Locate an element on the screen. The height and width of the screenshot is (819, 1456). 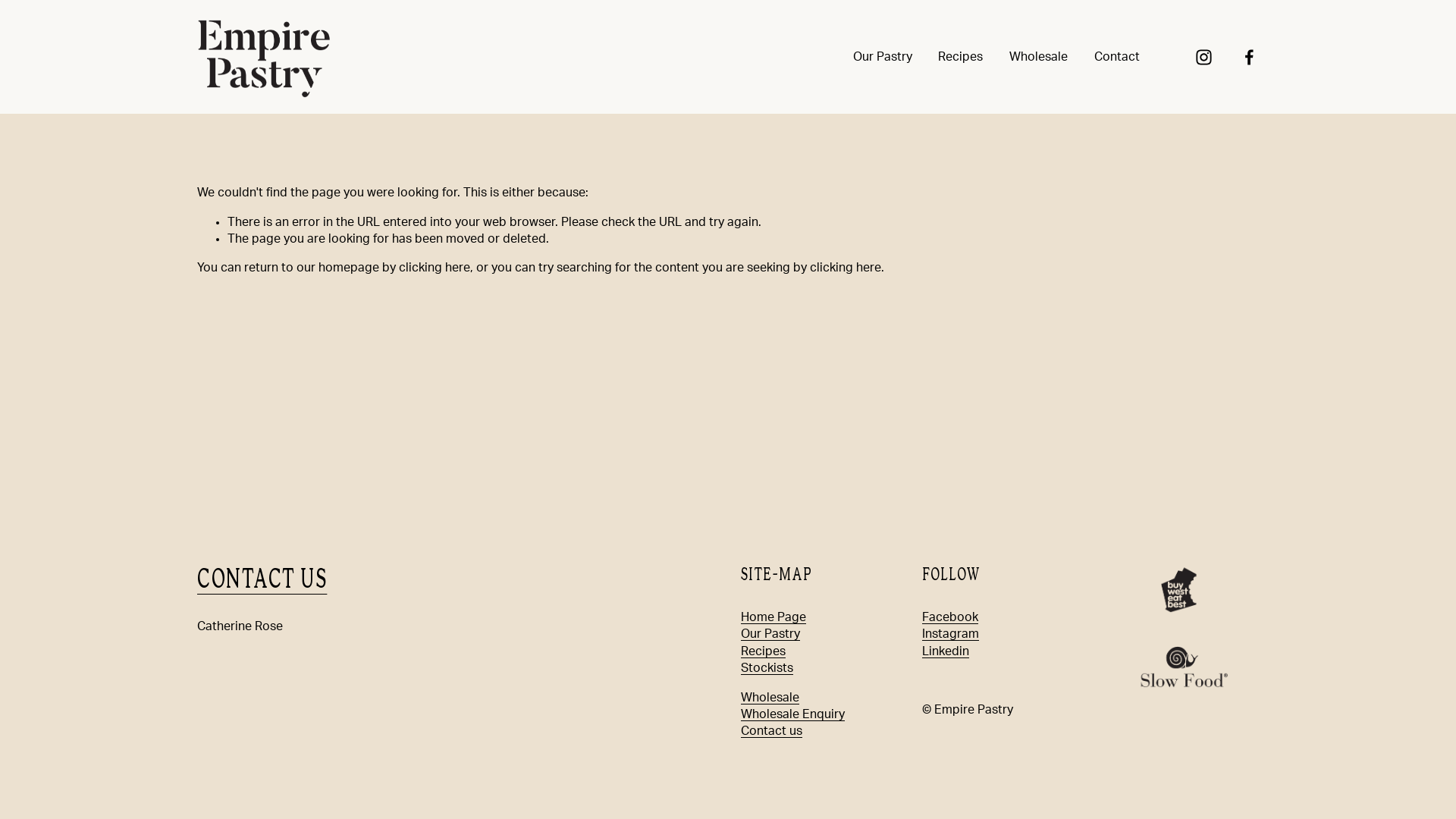
'Our Pastry' is located at coordinates (882, 55).